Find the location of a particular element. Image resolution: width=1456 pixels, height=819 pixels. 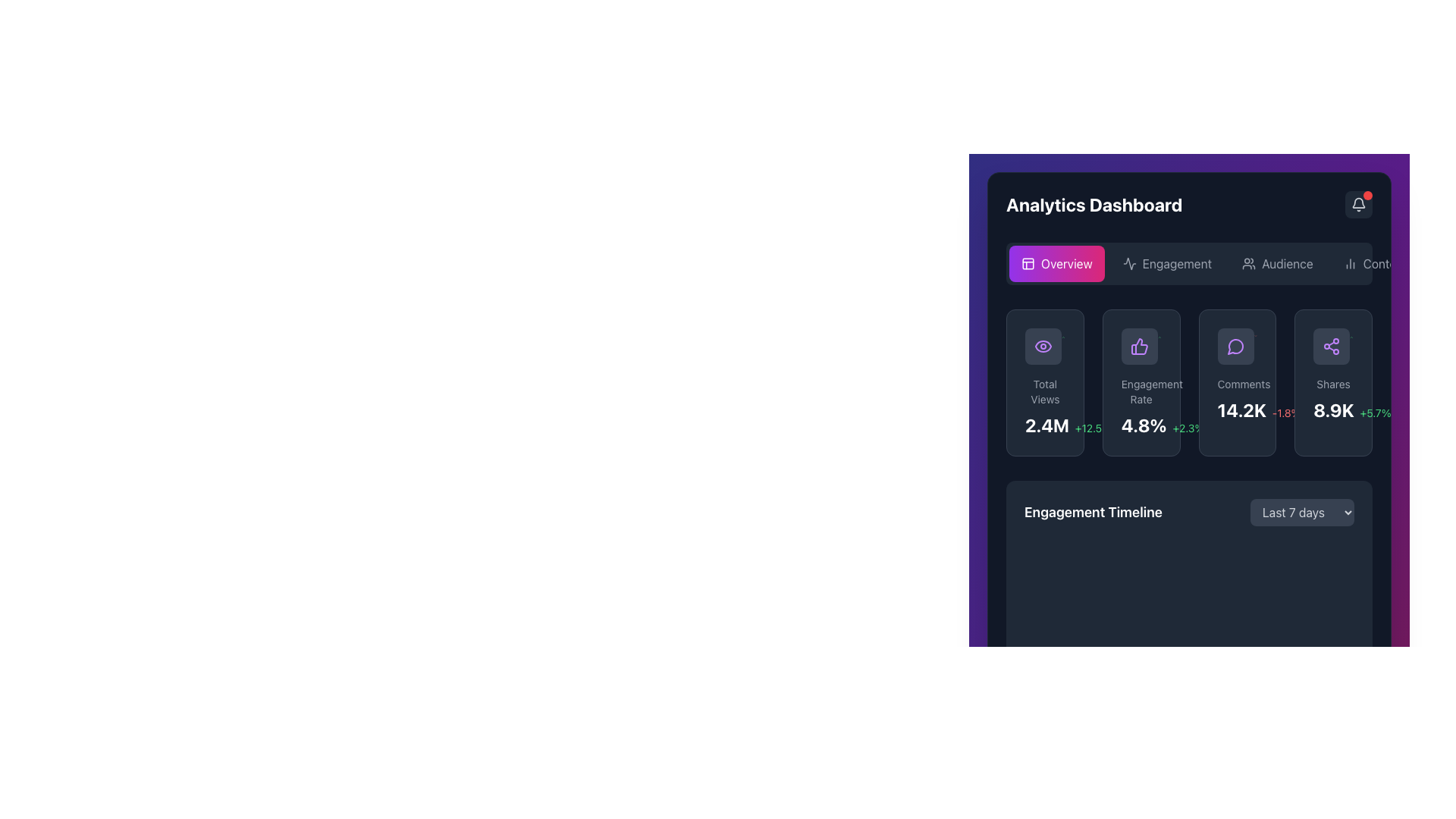

the static text element displaying the total count of shares in the fourth column of the dashboard interface is located at coordinates (1332, 409).